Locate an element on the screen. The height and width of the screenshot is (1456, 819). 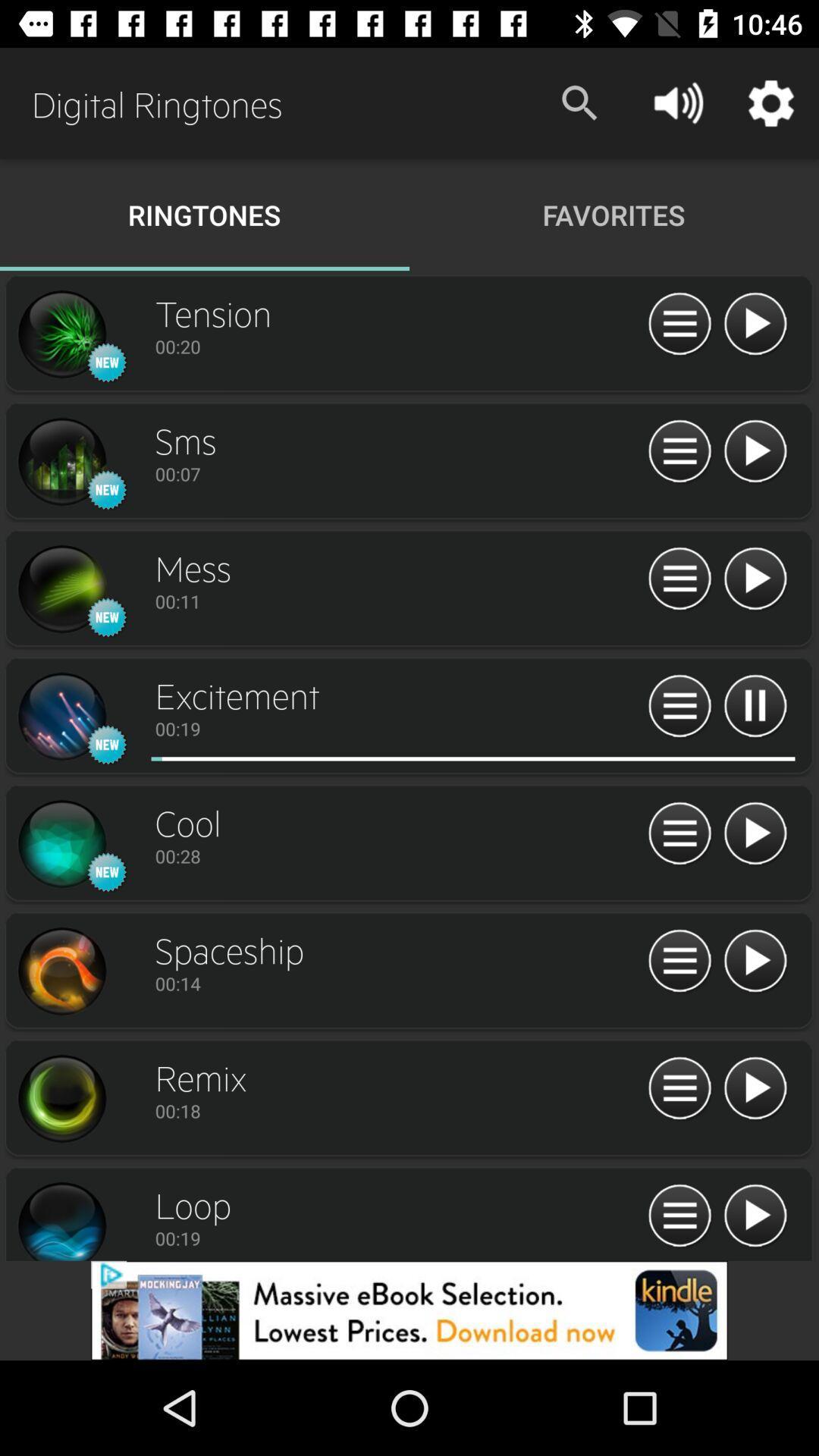
off button is located at coordinates (755, 451).